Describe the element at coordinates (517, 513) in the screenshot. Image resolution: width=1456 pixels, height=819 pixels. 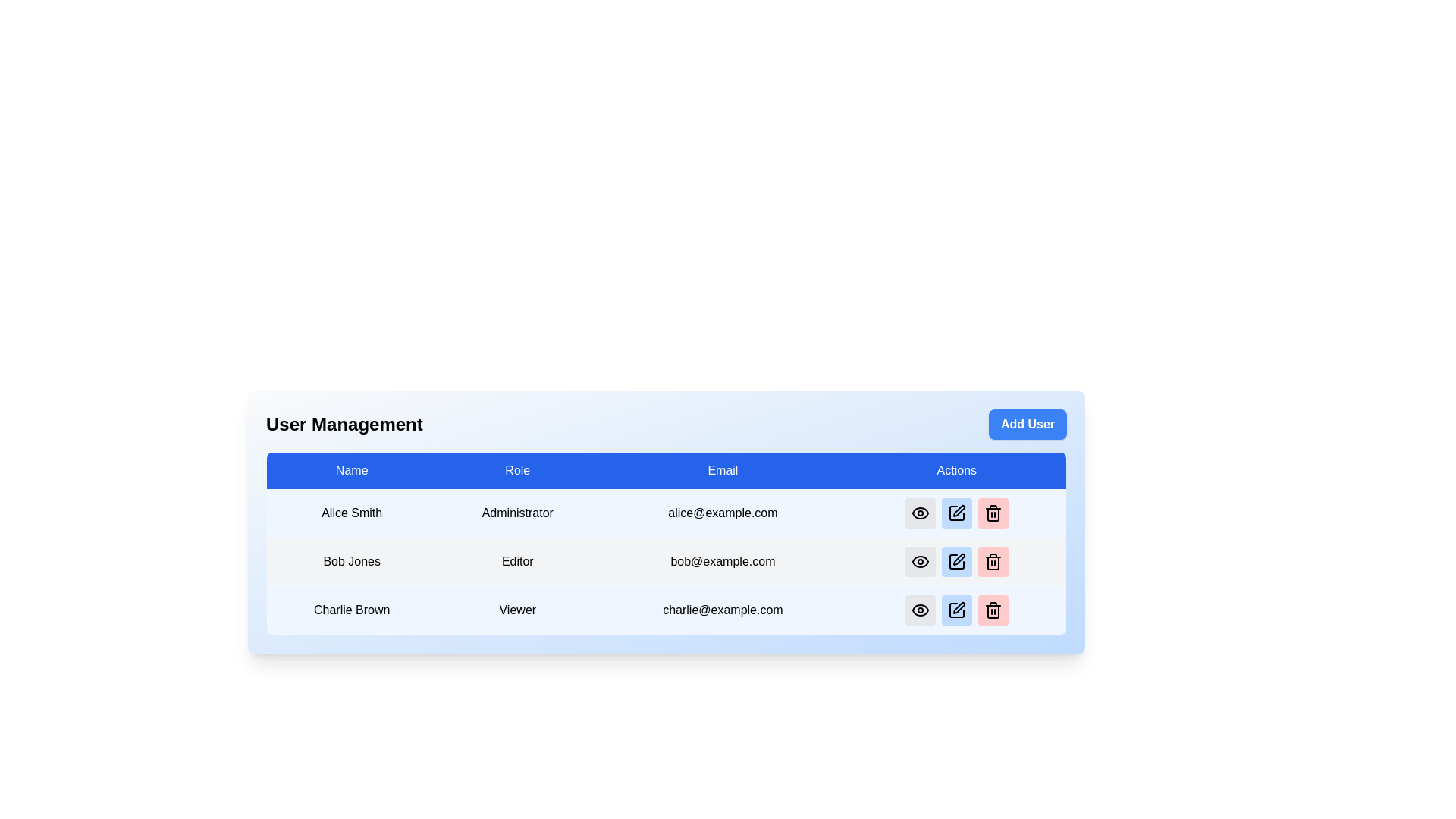
I see `the table cell displaying the text 'Administrator' in the 'Role' column under the 'User Management' section` at that location.